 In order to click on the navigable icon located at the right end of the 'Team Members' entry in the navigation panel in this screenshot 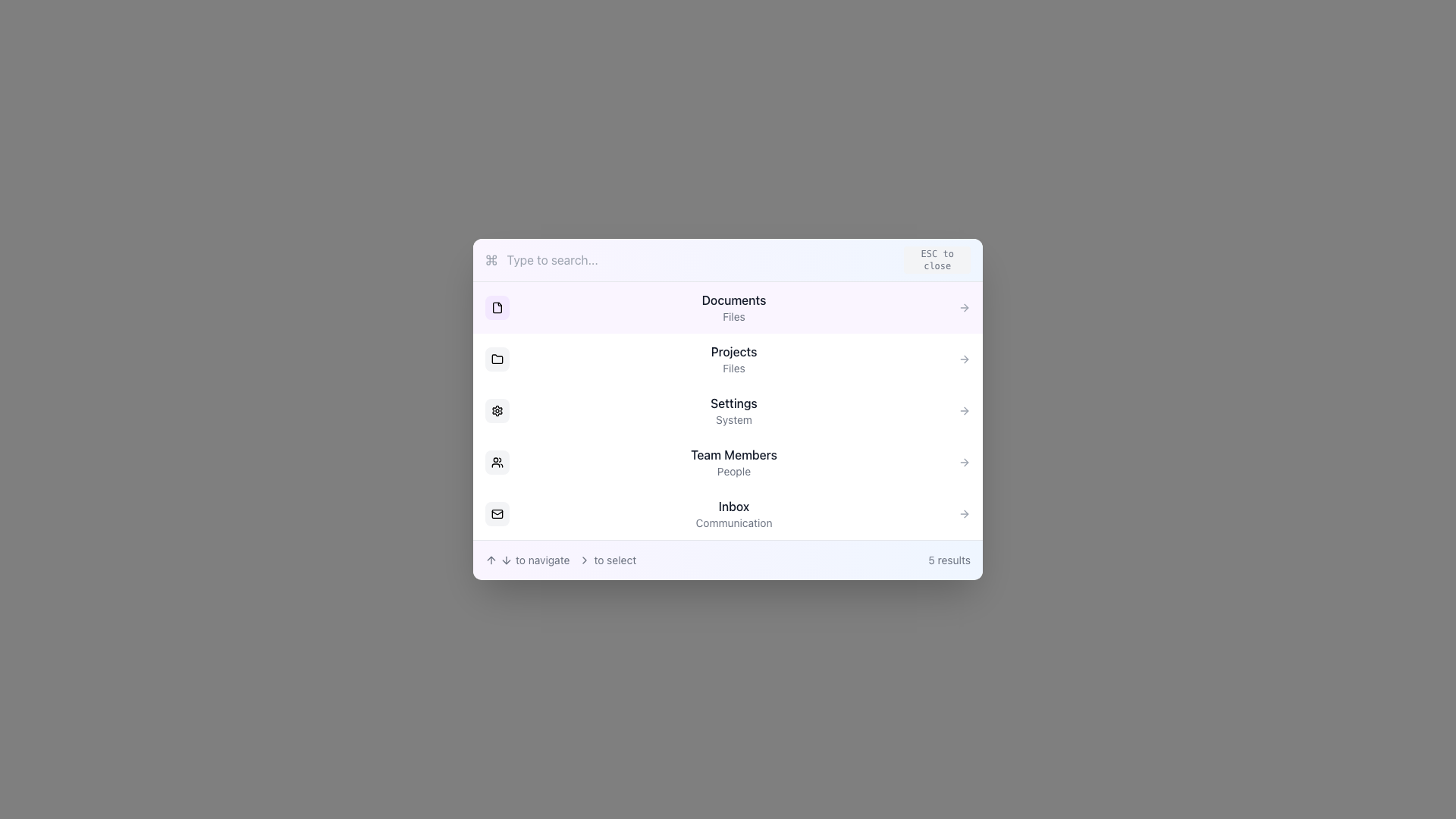, I will do `click(964, 461)`.